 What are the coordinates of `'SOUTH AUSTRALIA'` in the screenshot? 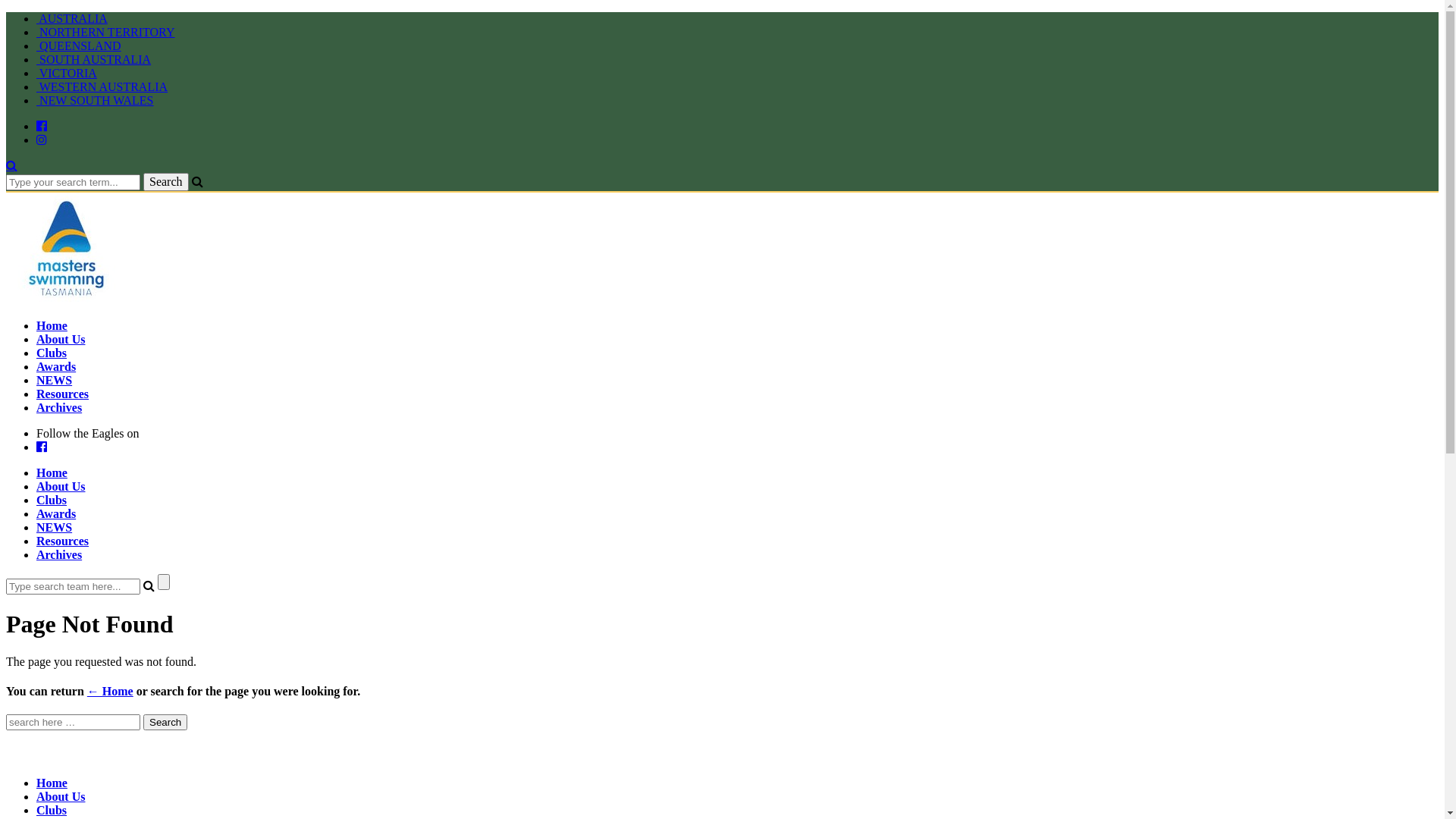 It's located at (93, 58).